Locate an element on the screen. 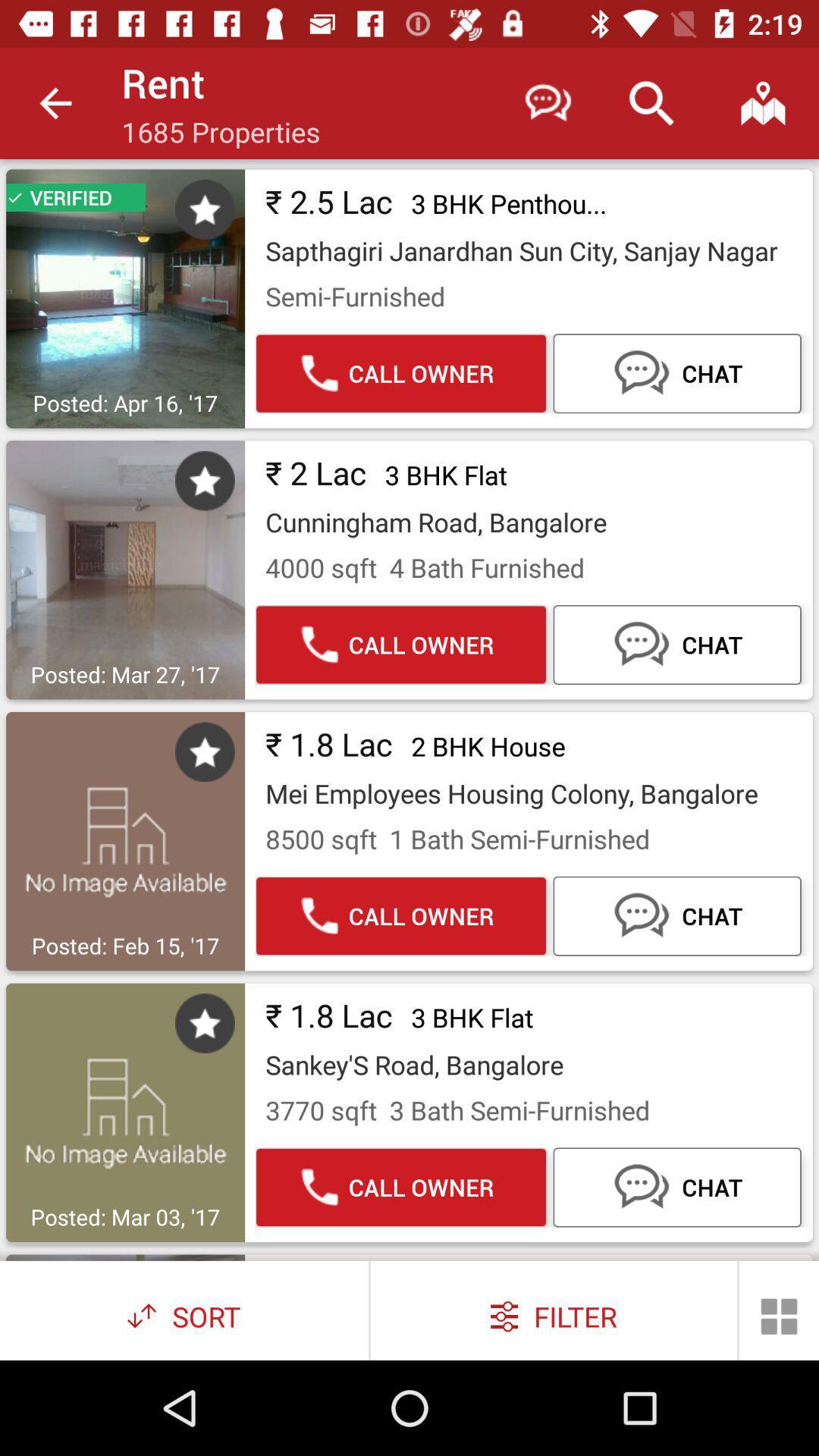  the arrow_backward icon is located at coordinates (55, 102).